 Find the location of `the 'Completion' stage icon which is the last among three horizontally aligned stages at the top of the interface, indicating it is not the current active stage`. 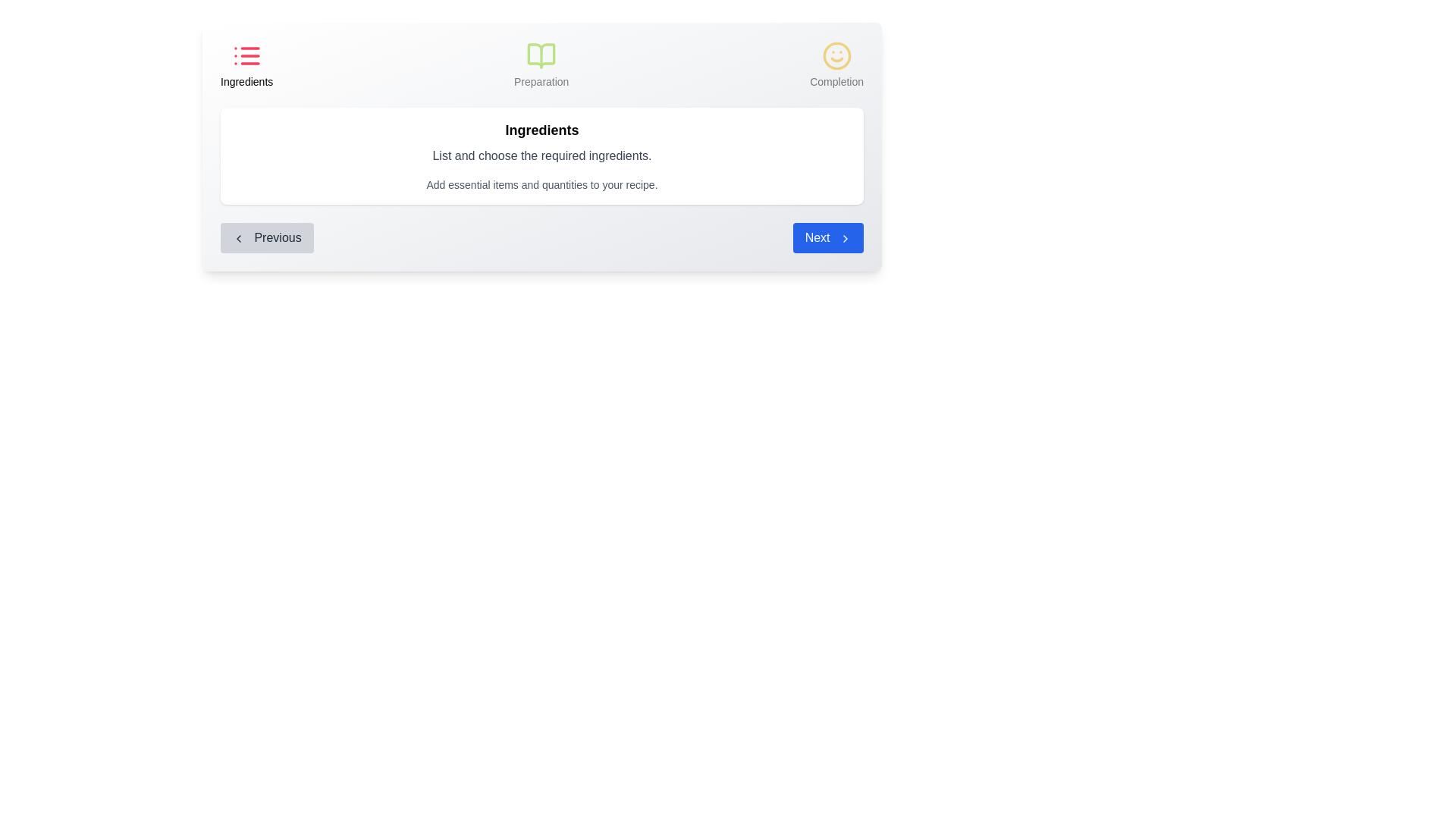

the 'Completion' stage icon which is the last among three horizontally aligned stages at the top of the interface, indicating it is not the current active stage is located at coordinates (836, 64).